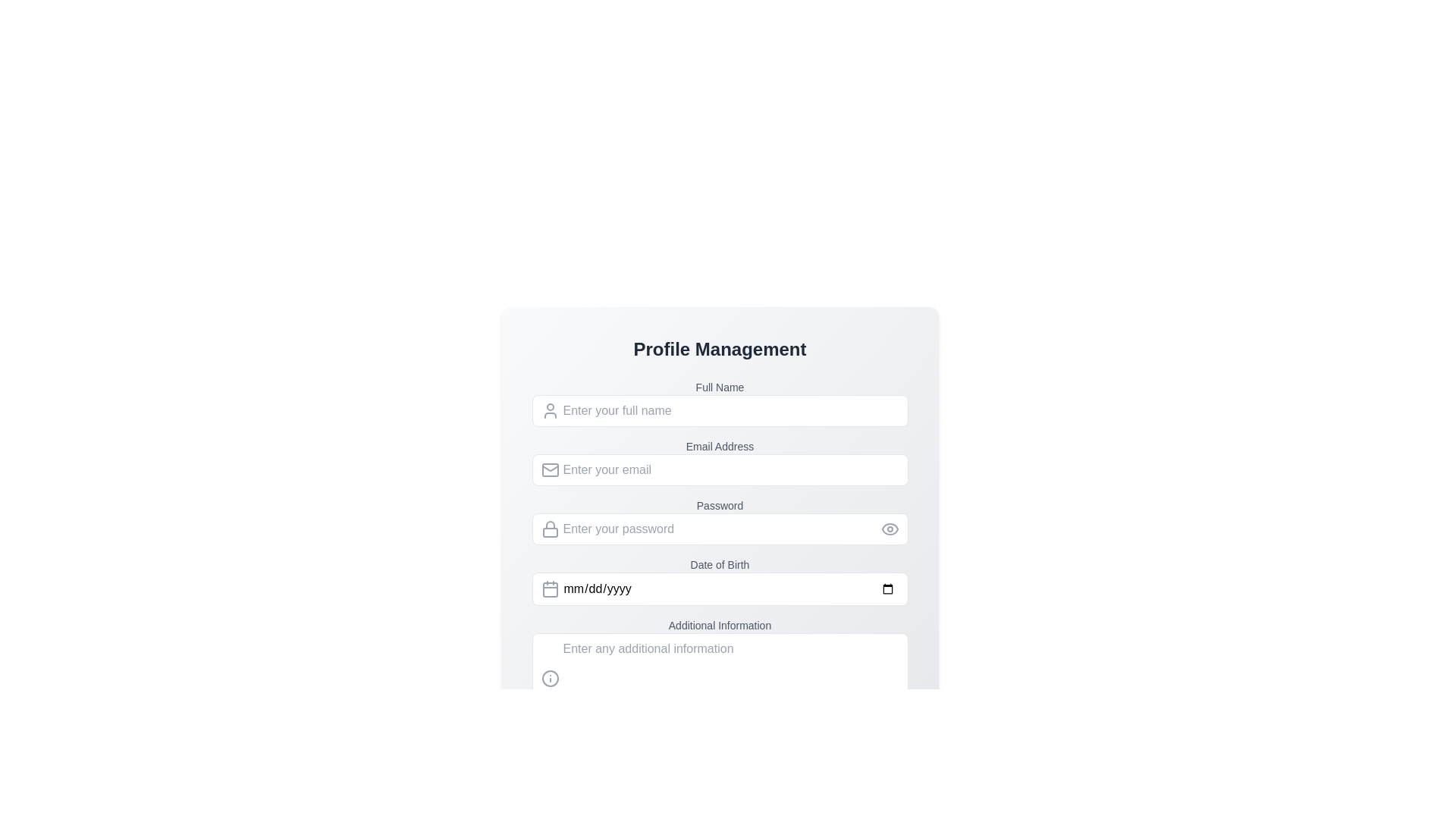  What do you see at coordinates (549, 469) in the screenshot?
I see `the mail icon, which is an envelope outline located inside the email input field labeled 'Email Address'` at bounding box center [549, 469].